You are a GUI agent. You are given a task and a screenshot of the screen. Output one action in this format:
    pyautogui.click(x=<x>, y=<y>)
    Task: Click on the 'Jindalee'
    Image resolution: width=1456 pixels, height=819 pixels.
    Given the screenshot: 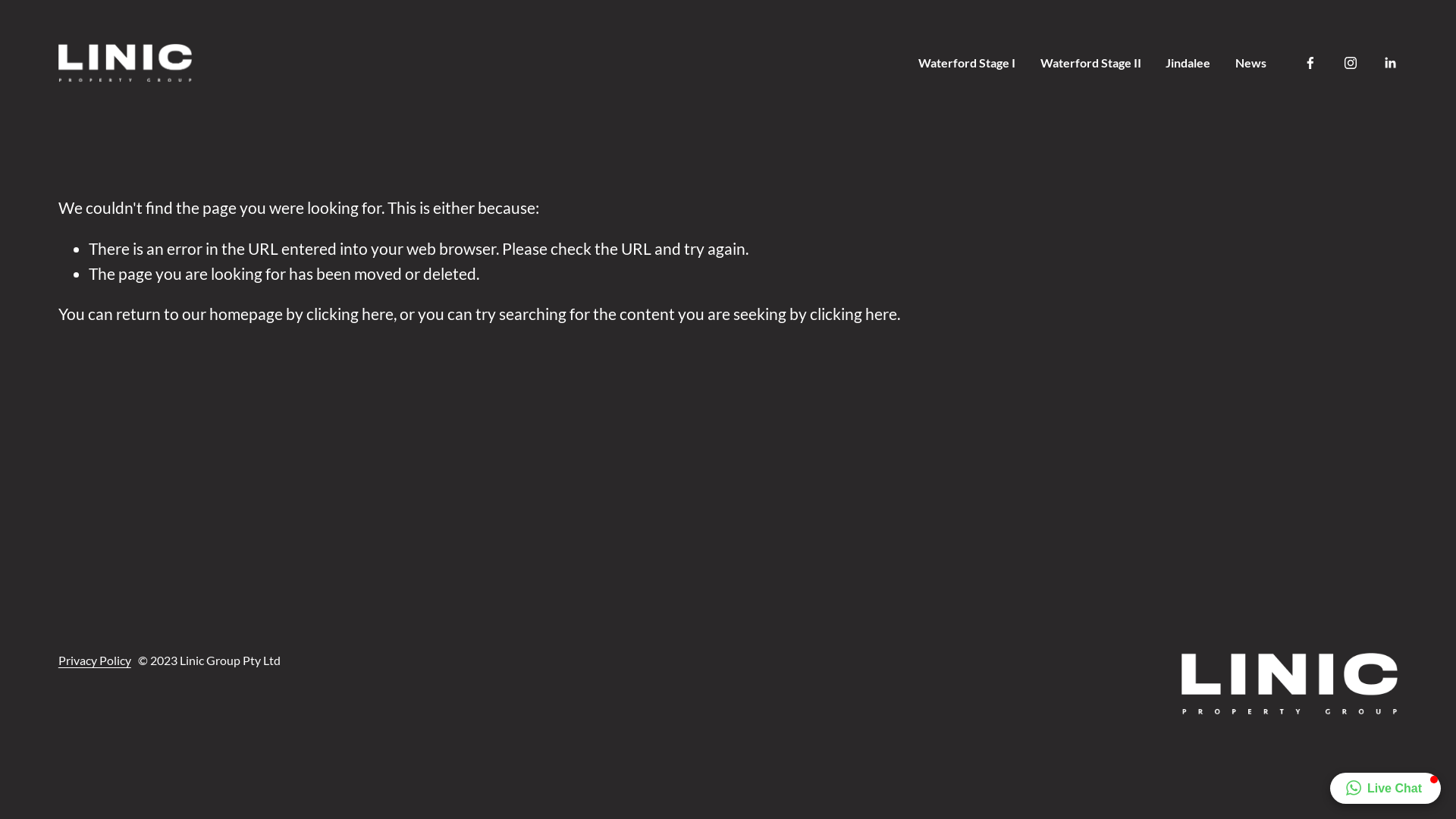 What is the action you would take?
    pyautogui.click(x=1187, y=61)
    